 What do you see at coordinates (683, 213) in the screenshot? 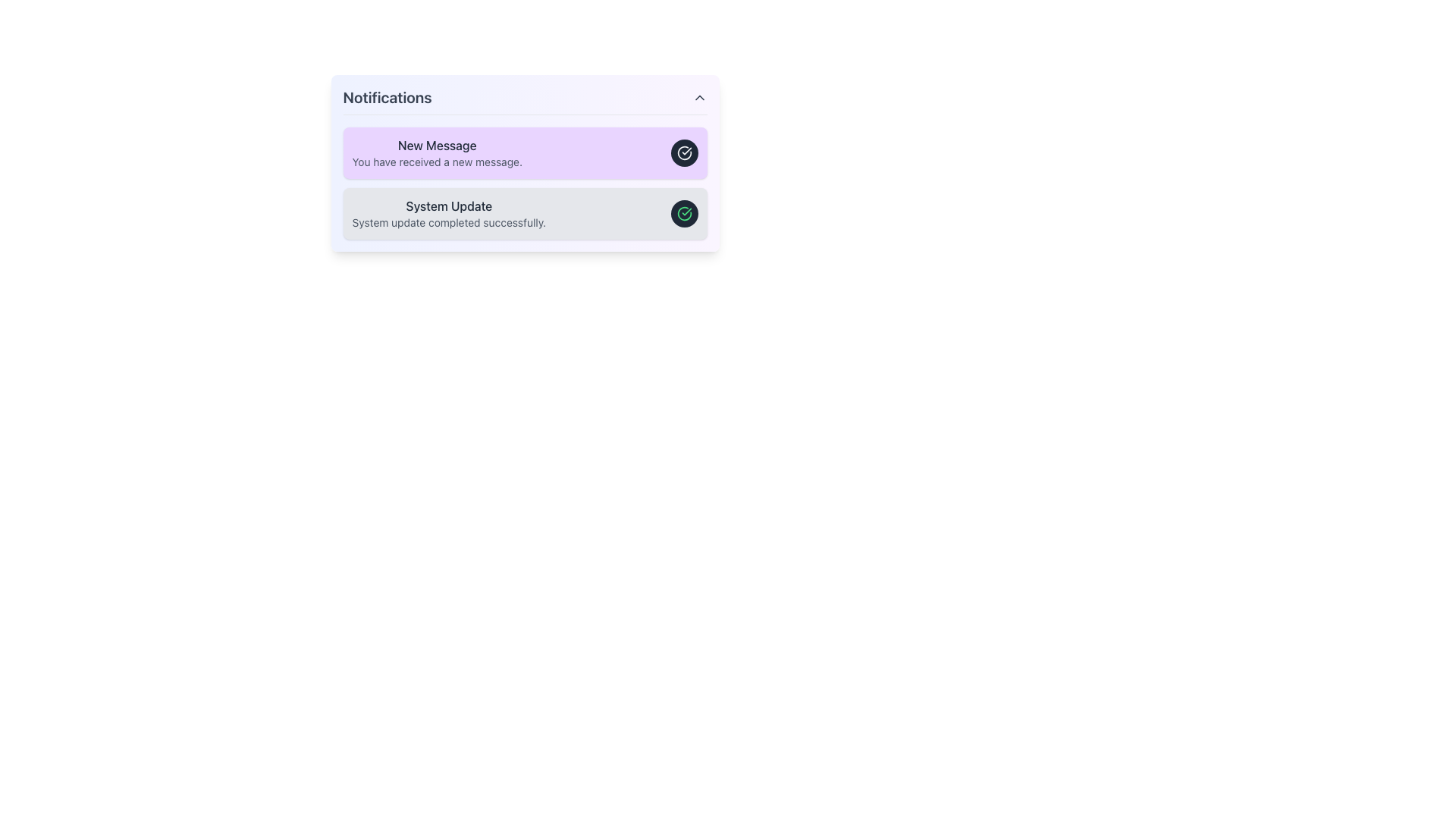
I see `the icon that signifies the successful completion of the system update, located at the bottom right edge of the 'System Update' notification card` at bounding box center [683, 213].